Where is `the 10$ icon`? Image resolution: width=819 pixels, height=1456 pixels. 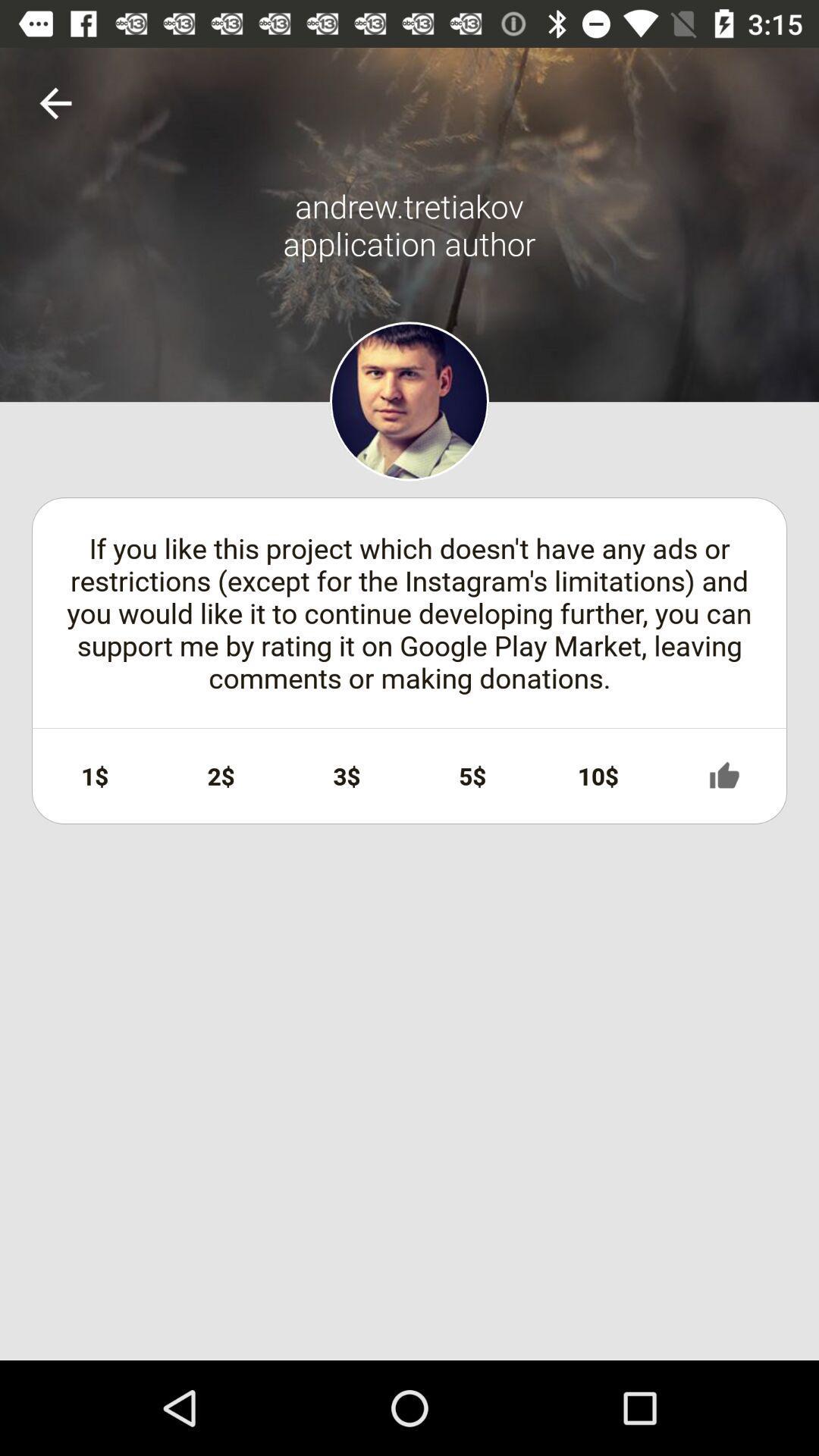 the 10$ icon is located at coordinates (598, 776).